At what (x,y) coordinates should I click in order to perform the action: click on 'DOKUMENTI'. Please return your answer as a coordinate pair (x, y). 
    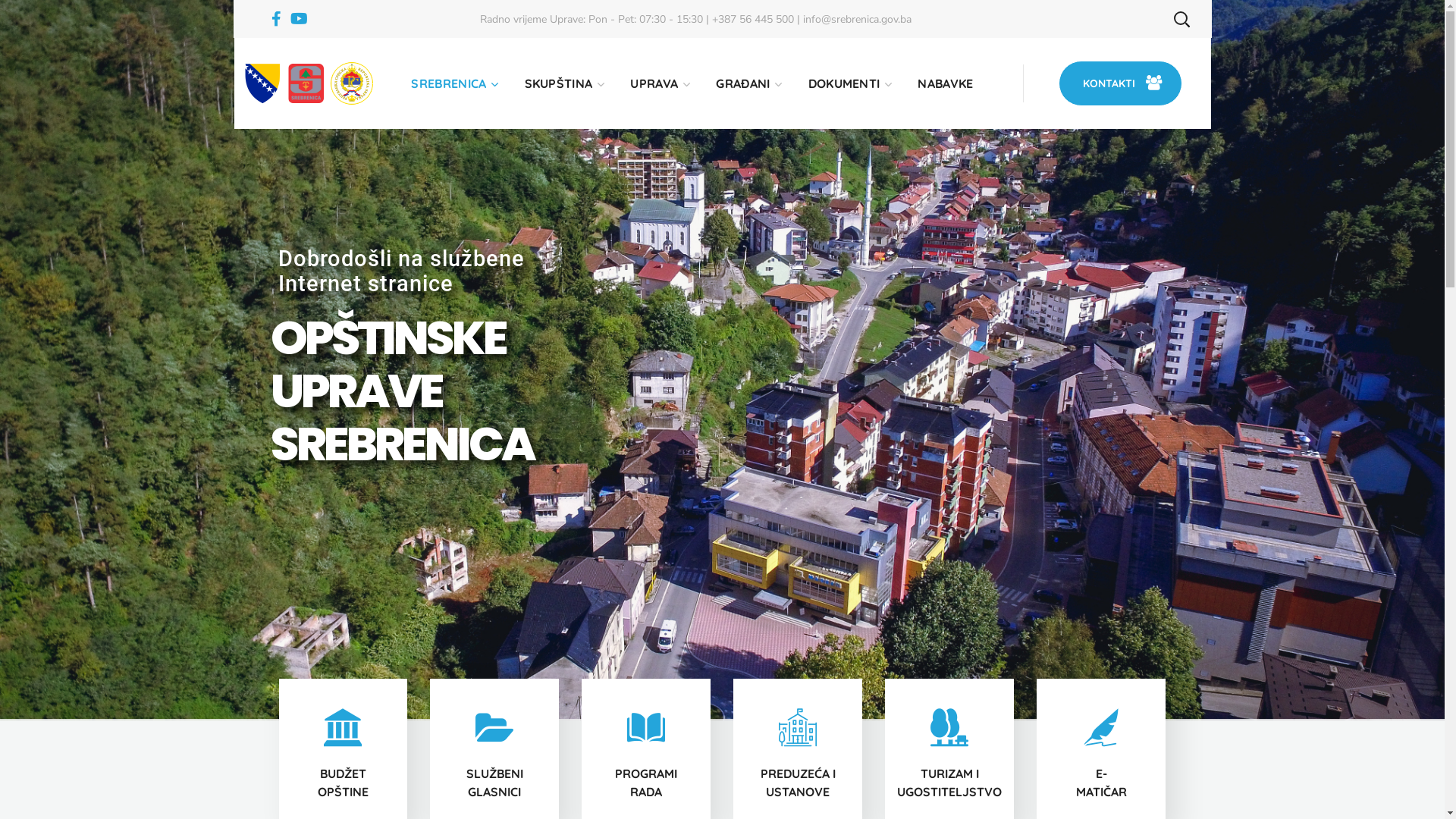
    Looking at the image, I should click on (849, 83).